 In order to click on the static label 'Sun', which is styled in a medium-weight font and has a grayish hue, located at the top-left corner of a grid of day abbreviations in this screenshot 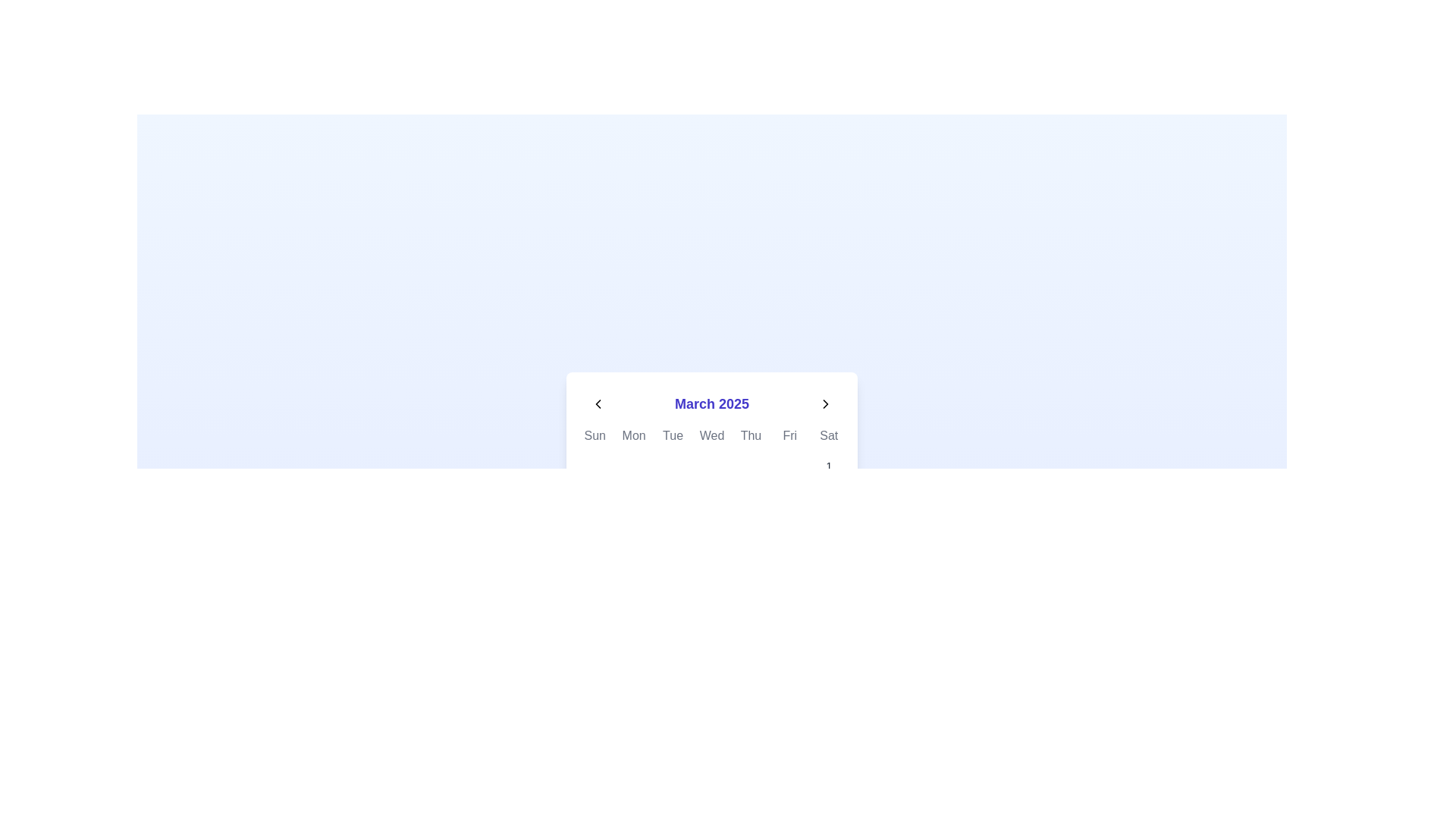, I will do `click(594, 435)`.